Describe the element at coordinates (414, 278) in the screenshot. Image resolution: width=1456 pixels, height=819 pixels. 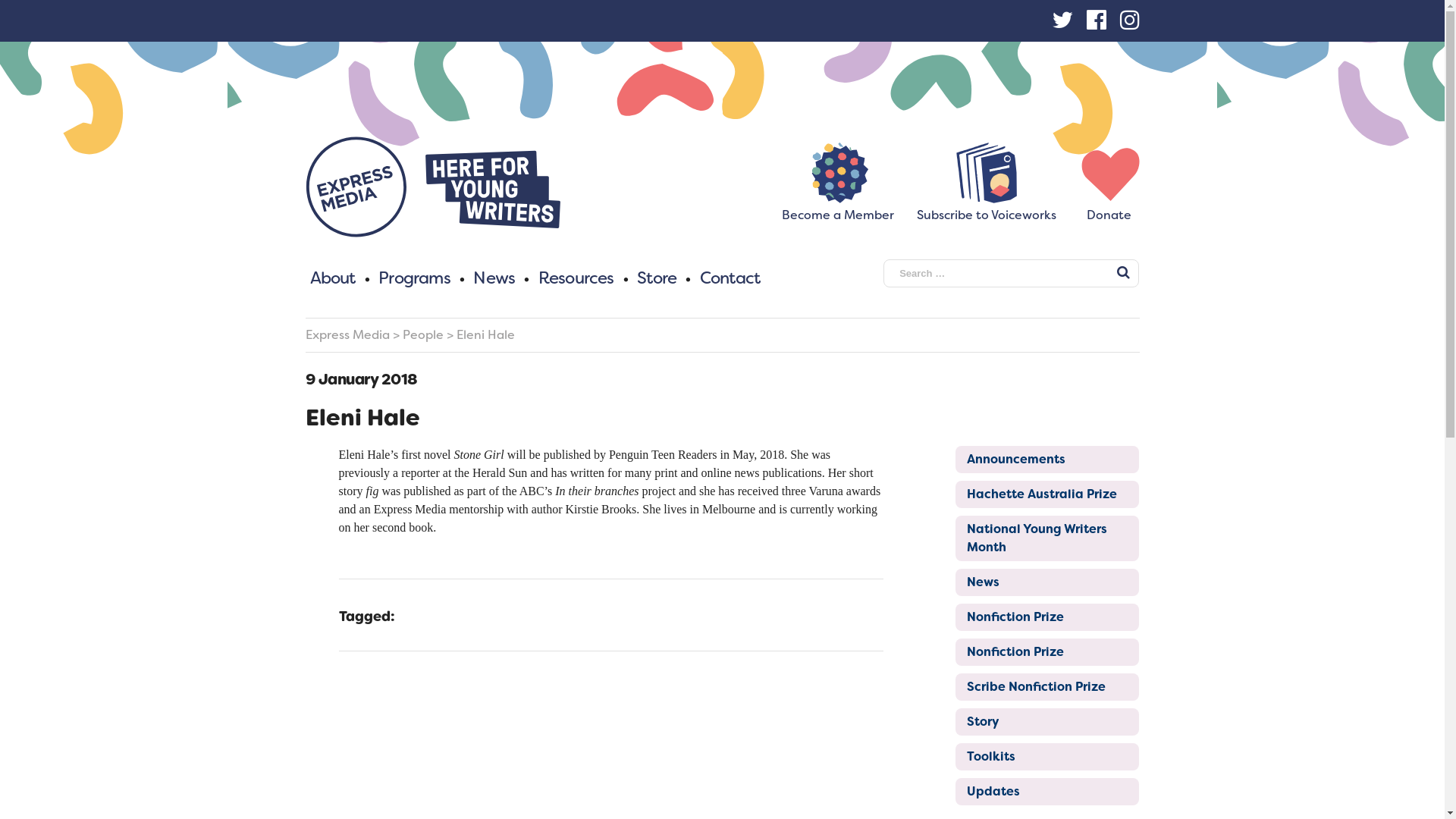
I see `'Programs'` at that location.